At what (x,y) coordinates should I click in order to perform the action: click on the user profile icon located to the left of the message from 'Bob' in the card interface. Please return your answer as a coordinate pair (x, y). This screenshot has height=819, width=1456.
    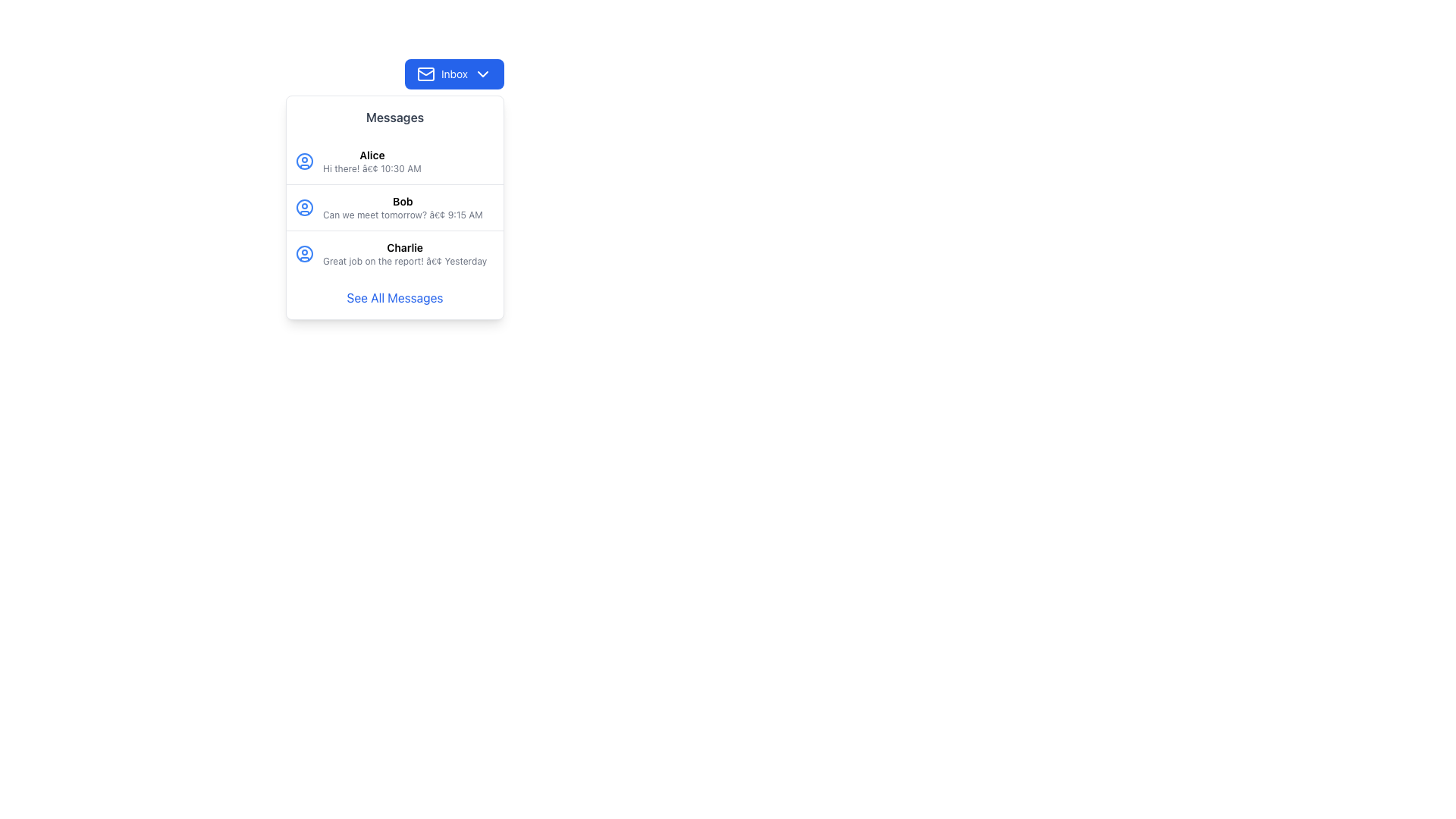
    Looking at the image, I should click on (304, 207).